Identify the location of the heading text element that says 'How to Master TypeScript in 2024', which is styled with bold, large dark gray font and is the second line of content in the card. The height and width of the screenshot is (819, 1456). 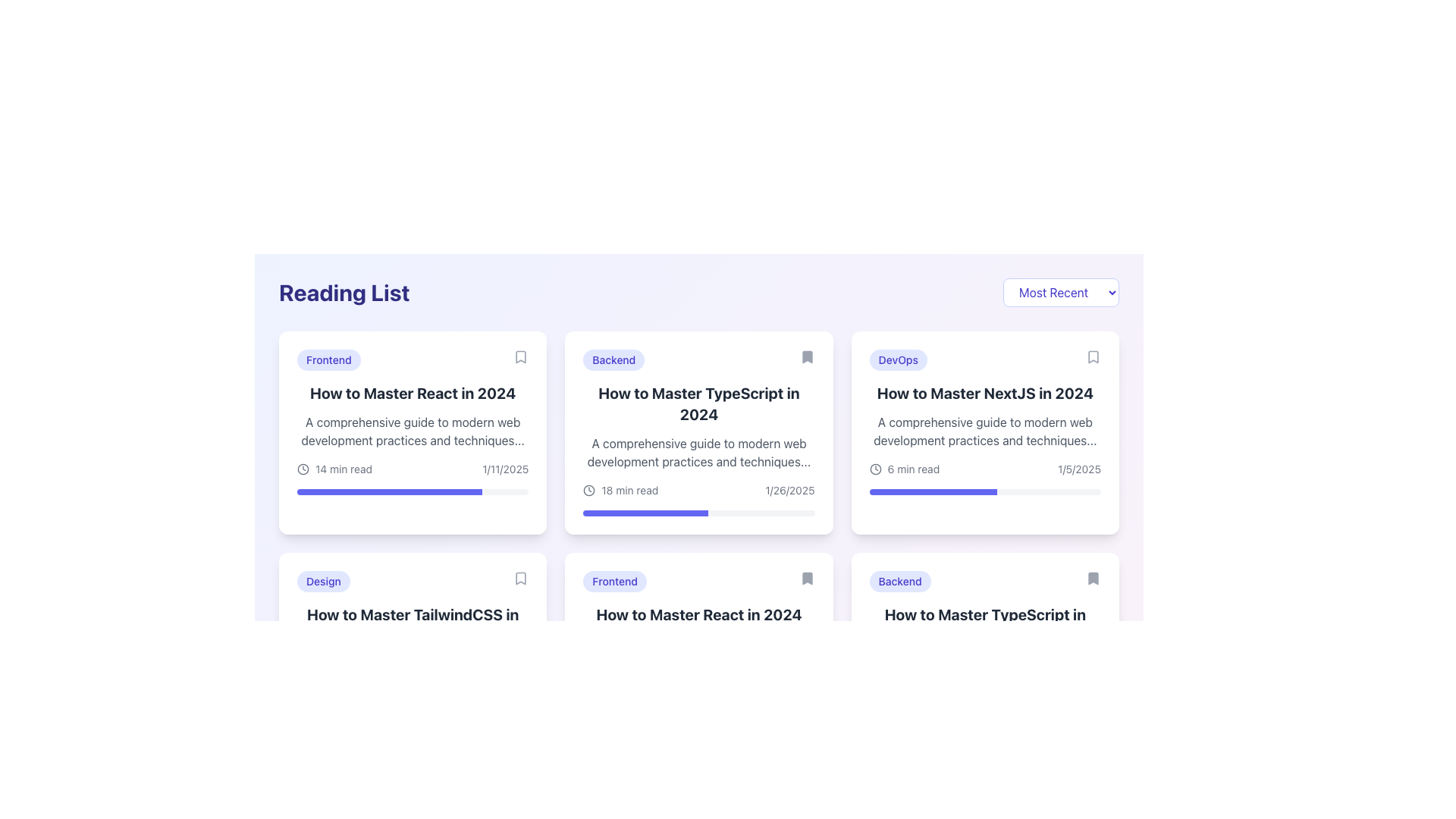
(985, 626).